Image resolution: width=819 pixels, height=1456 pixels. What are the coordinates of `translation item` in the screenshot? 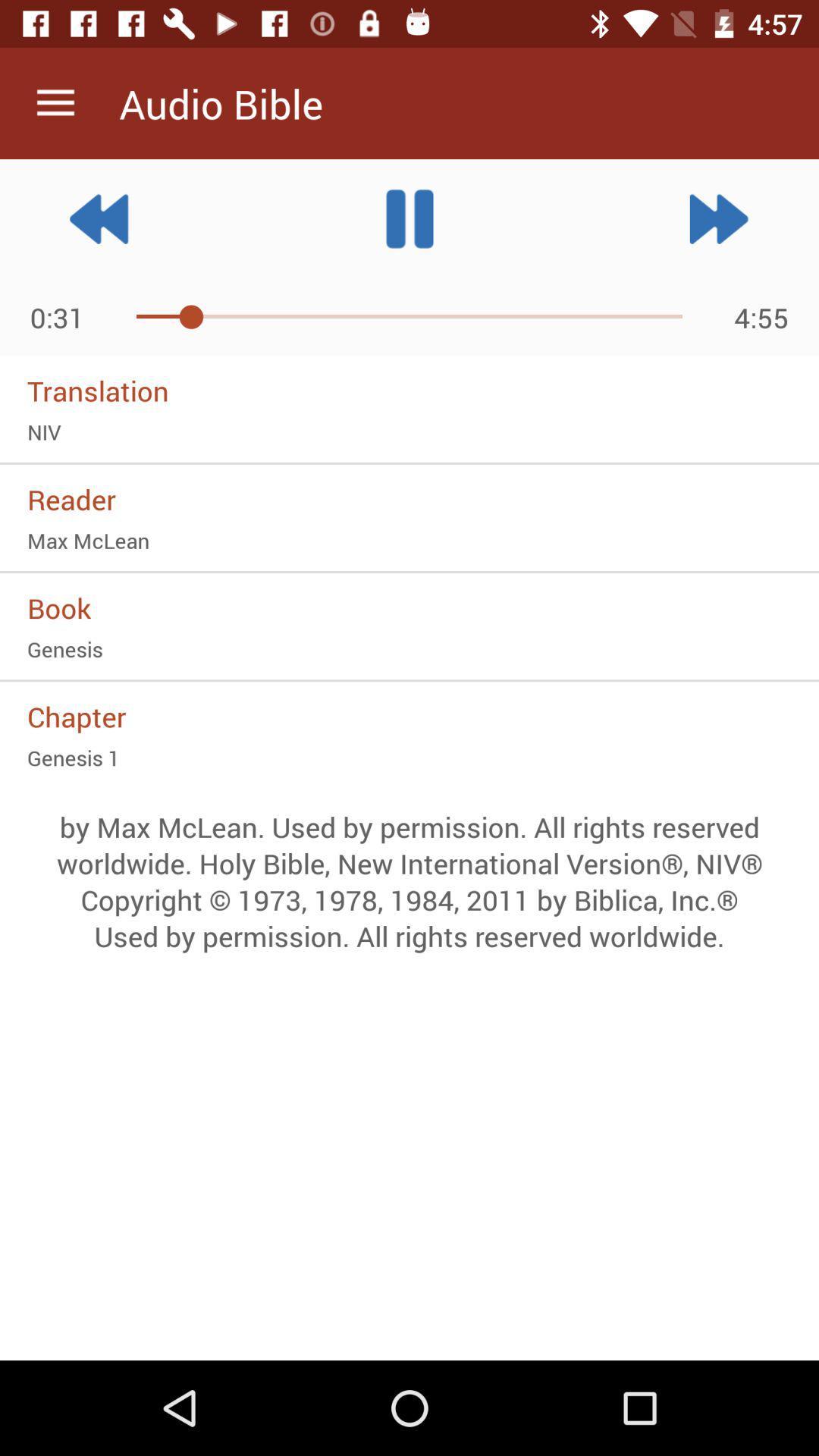 It's located at (409, 391).